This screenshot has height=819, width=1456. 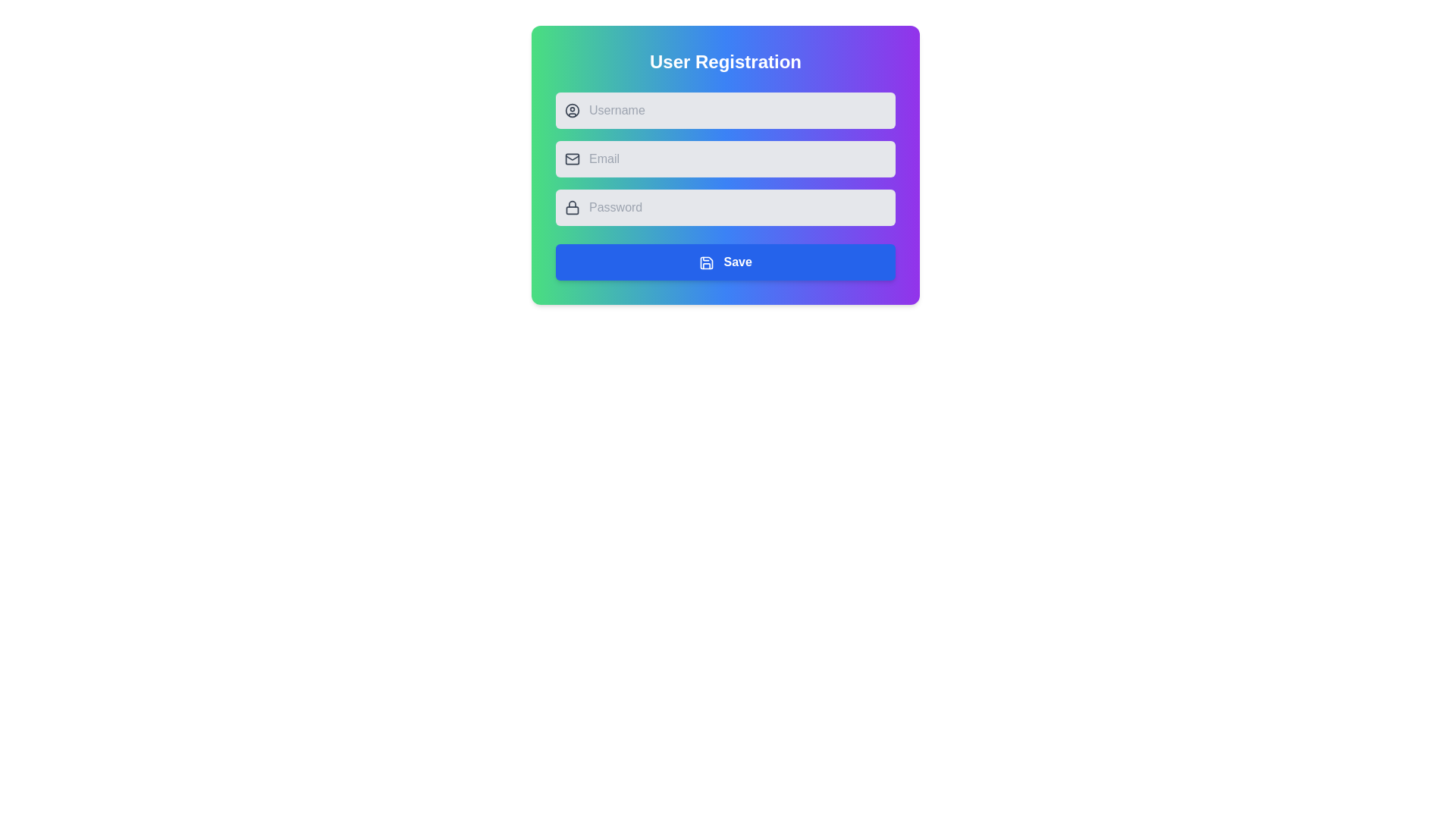 I want to click on the lock icon that indicates the password input field, which is positioned to the left of the password text field in the user registration section, so click(x=571, y=207).